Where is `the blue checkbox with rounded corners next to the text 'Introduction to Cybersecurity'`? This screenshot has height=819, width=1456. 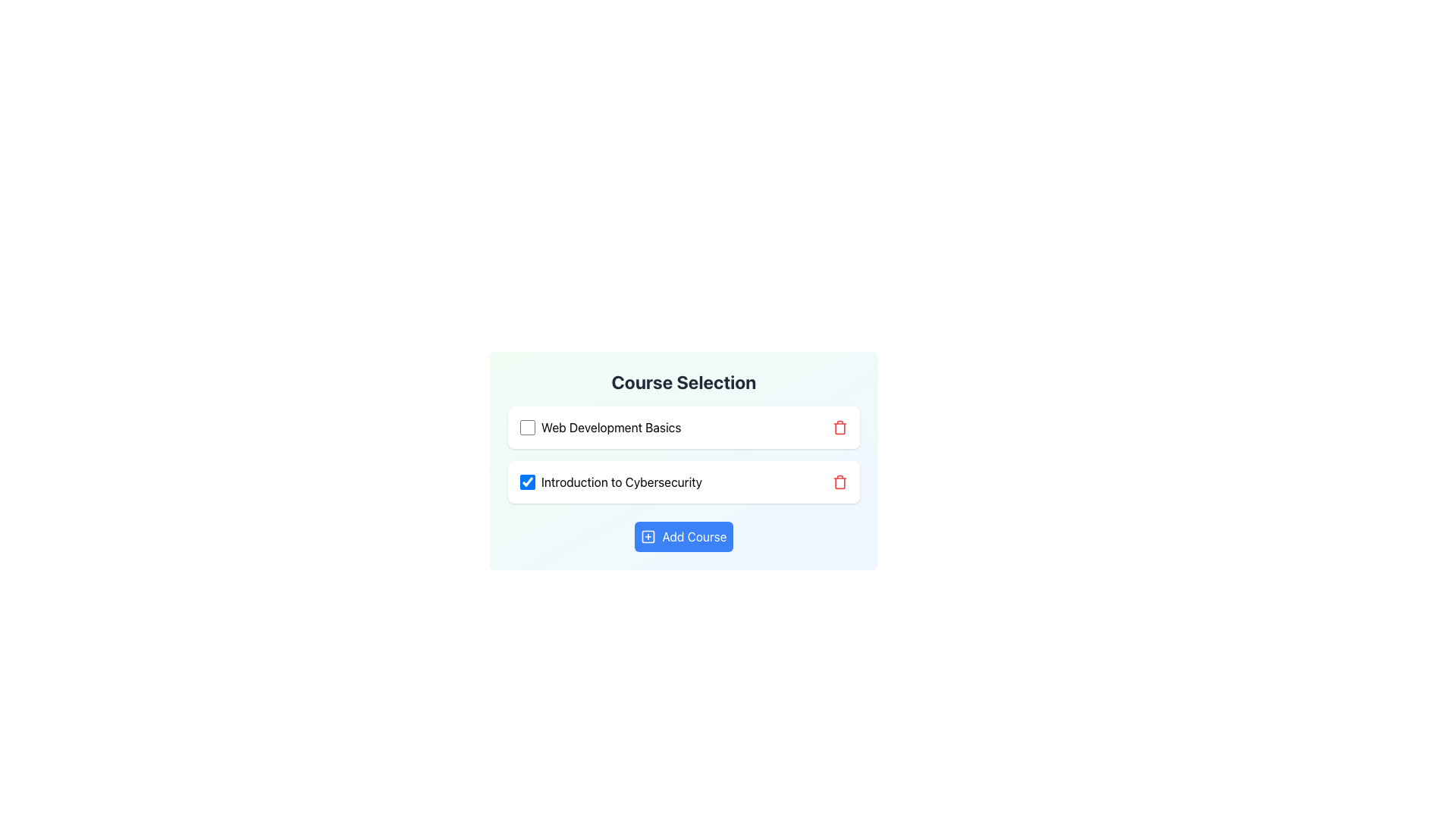 the blue checkbox with rounded corners next to the text 'Introduction to Cybersecurity' is located at coordinates (528, 482).